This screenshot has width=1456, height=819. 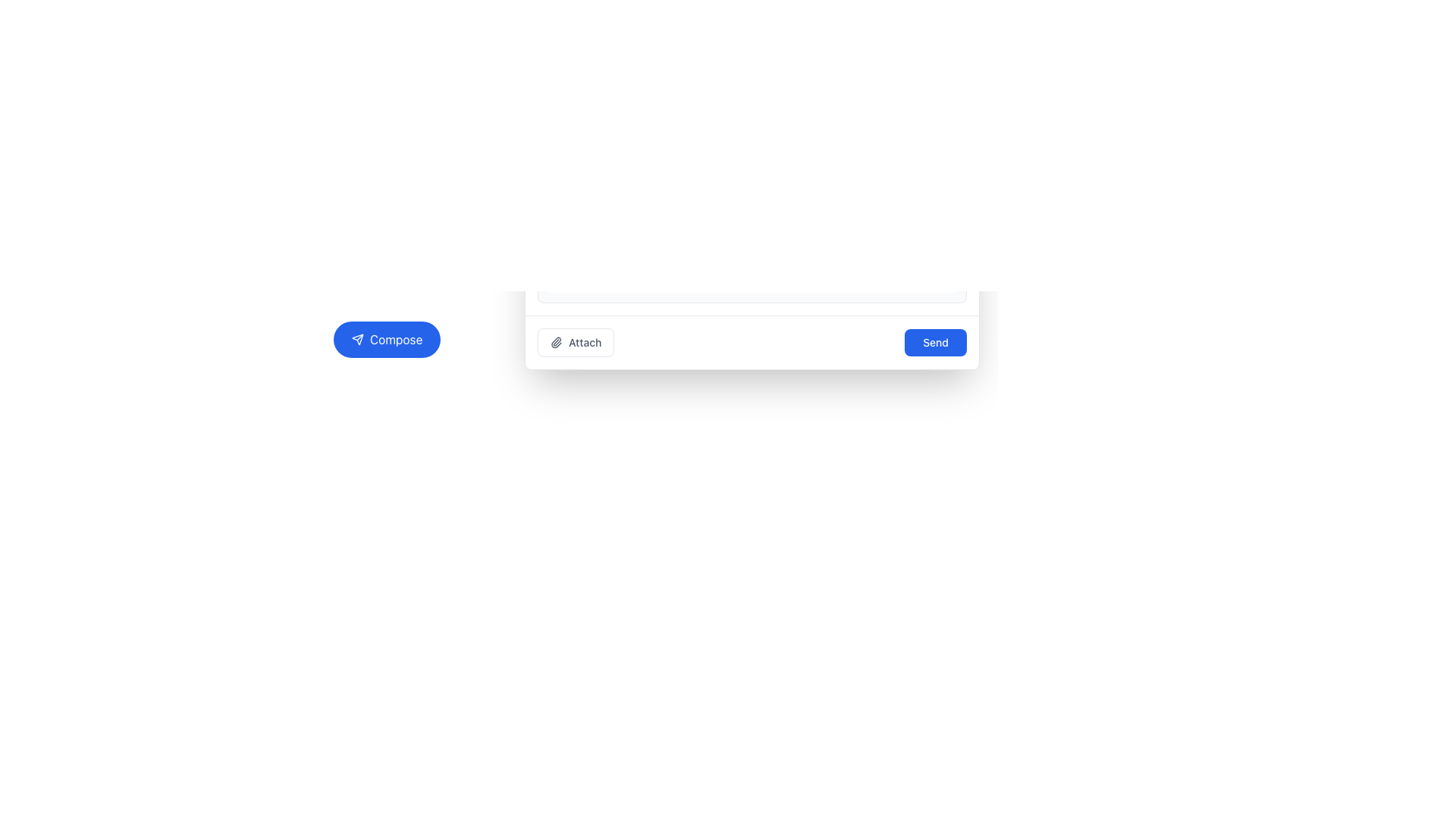 What do you see at coordinates (556, 342) in the screenshot?
I see `the file attachment icon located within the 'Attach' button` at bounding box center [556, 342].